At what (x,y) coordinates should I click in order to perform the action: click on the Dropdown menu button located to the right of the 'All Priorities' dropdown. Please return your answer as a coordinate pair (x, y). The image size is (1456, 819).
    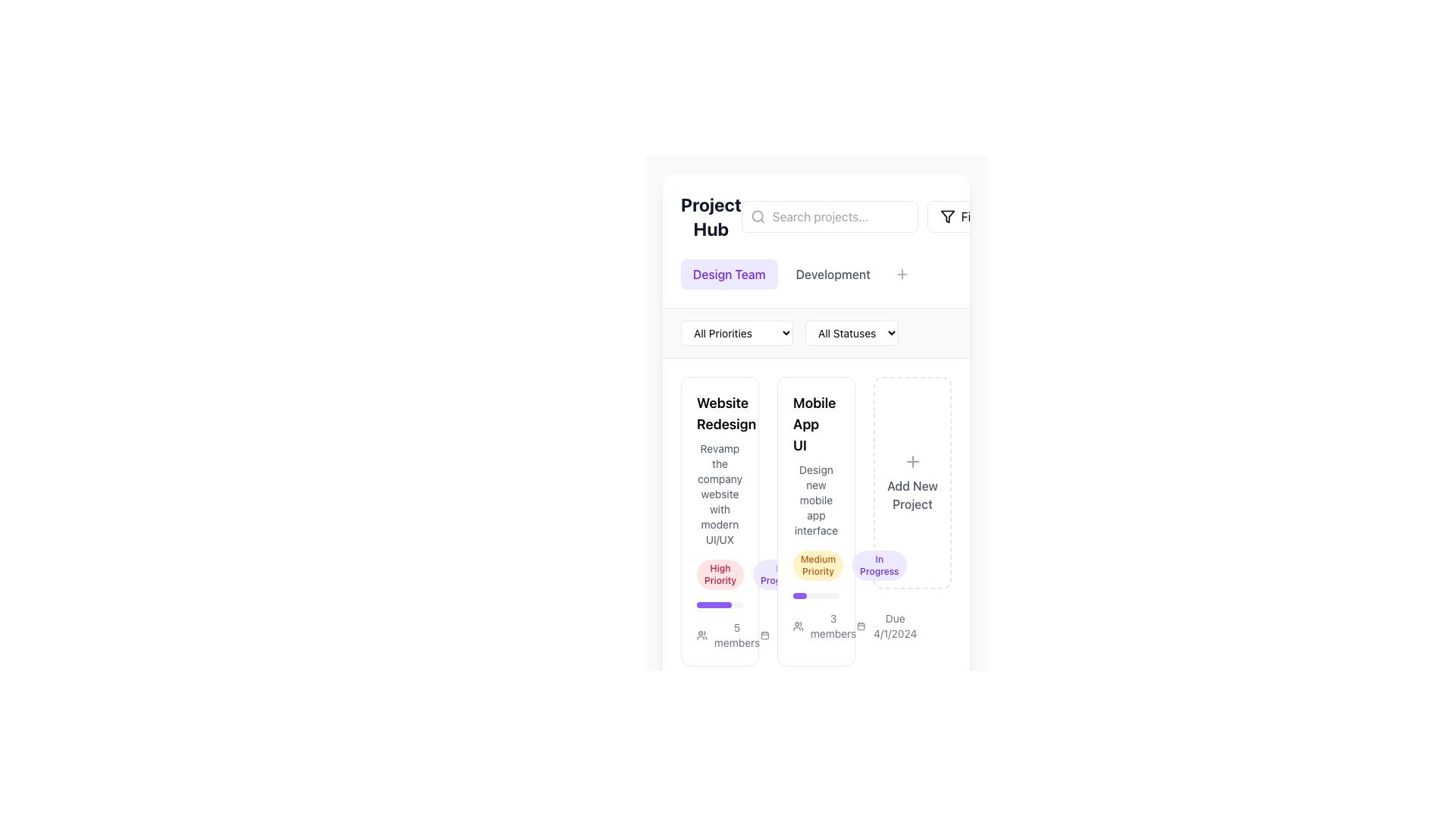
    Looking at the image, I should click on (852, 332).